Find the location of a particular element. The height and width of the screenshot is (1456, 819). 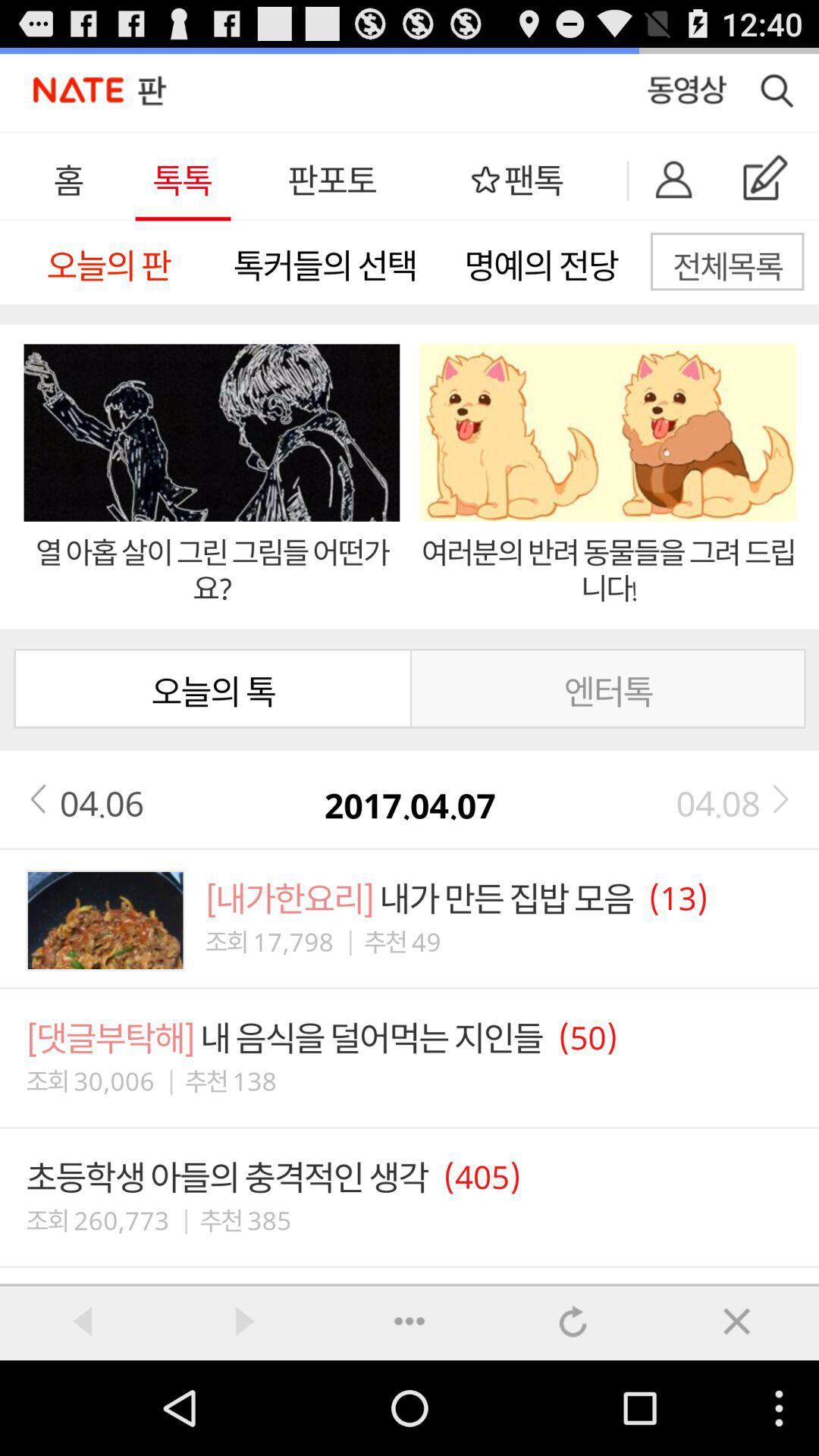

this button in reload is located at coordinates (573, 1320).